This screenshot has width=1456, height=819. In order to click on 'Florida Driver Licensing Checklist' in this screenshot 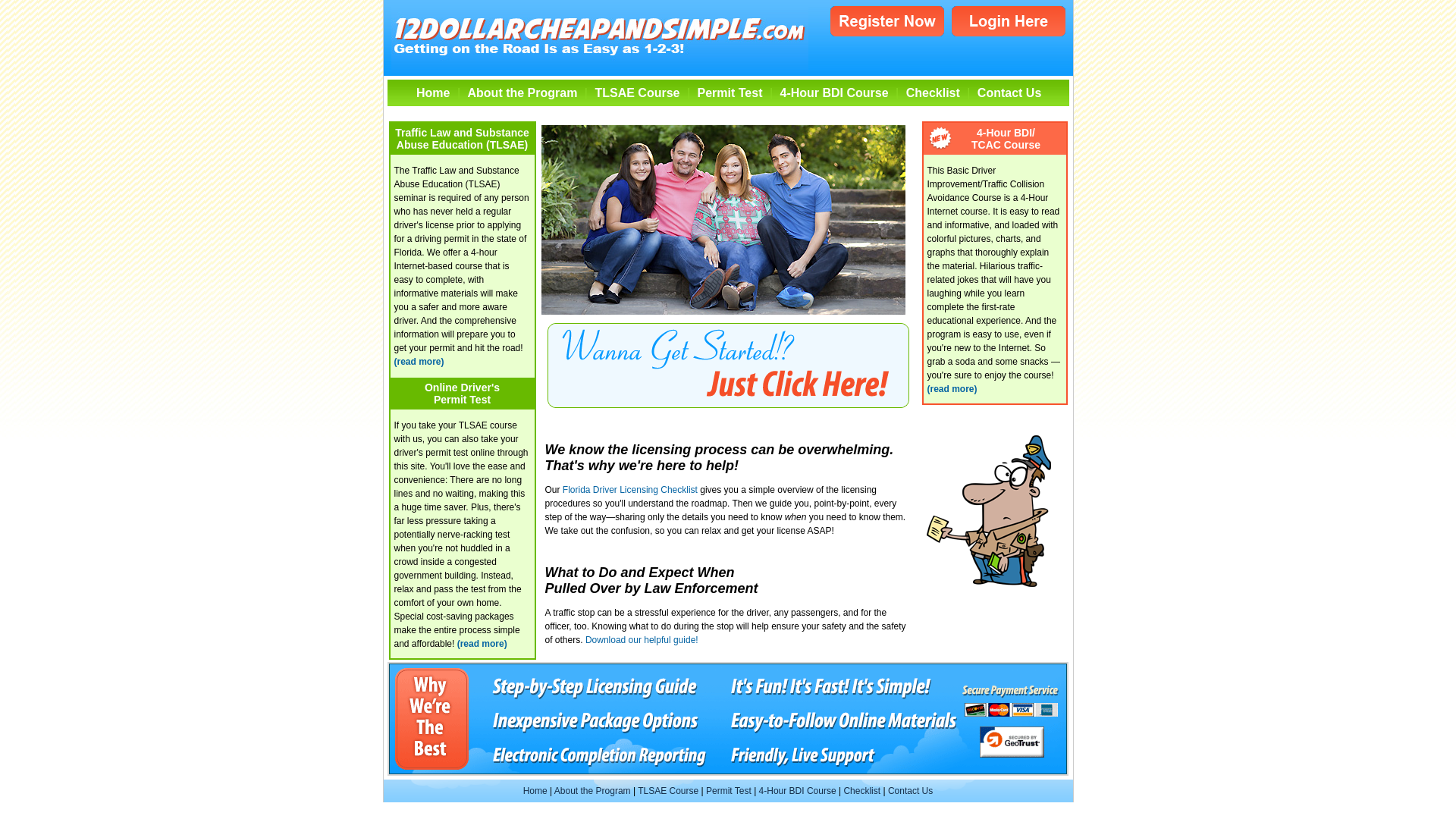, I will do `click(562, 488)`.